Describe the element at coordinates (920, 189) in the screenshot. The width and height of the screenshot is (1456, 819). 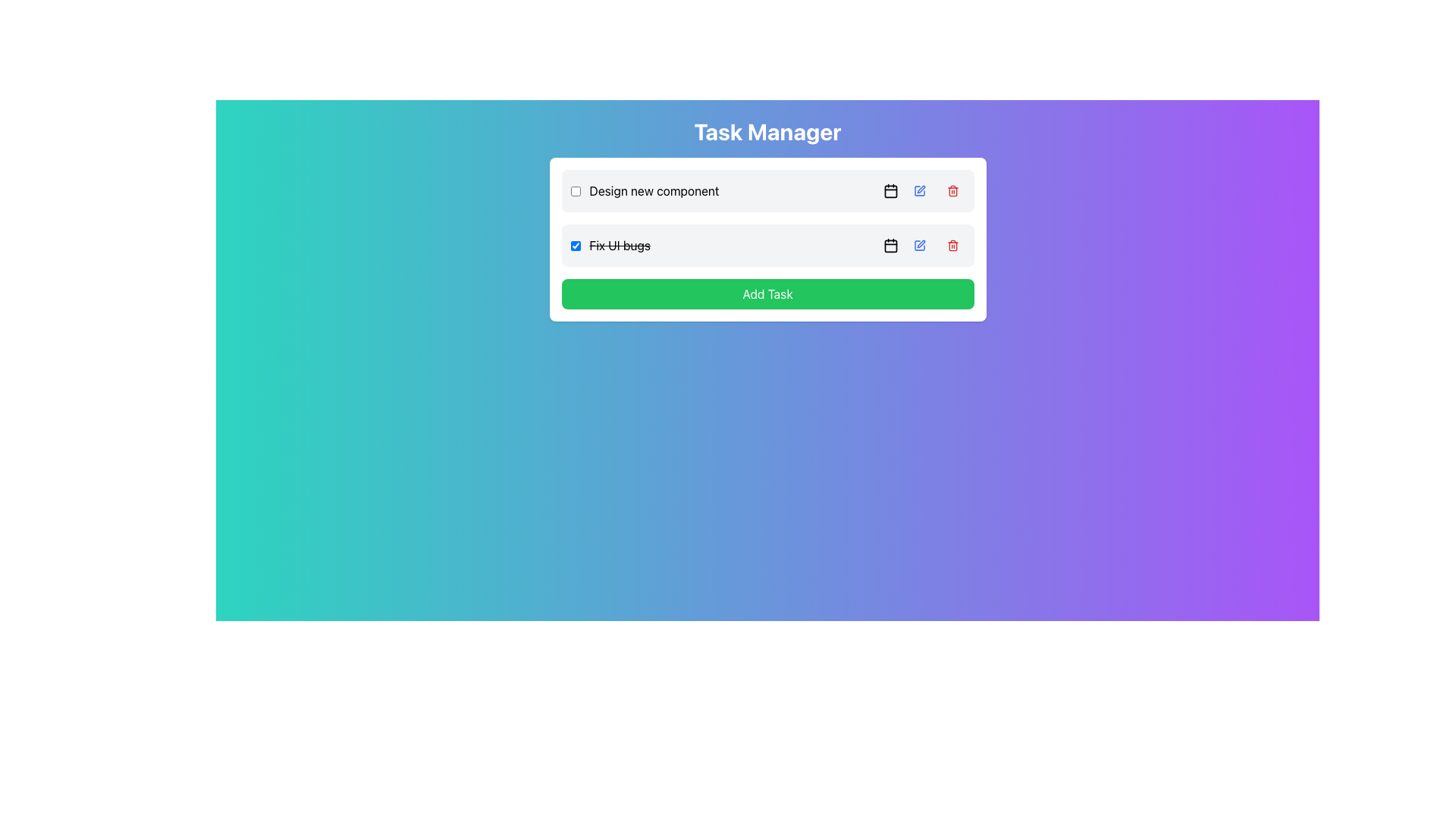
I see `the small pen icon located in the task editing section` at that location.